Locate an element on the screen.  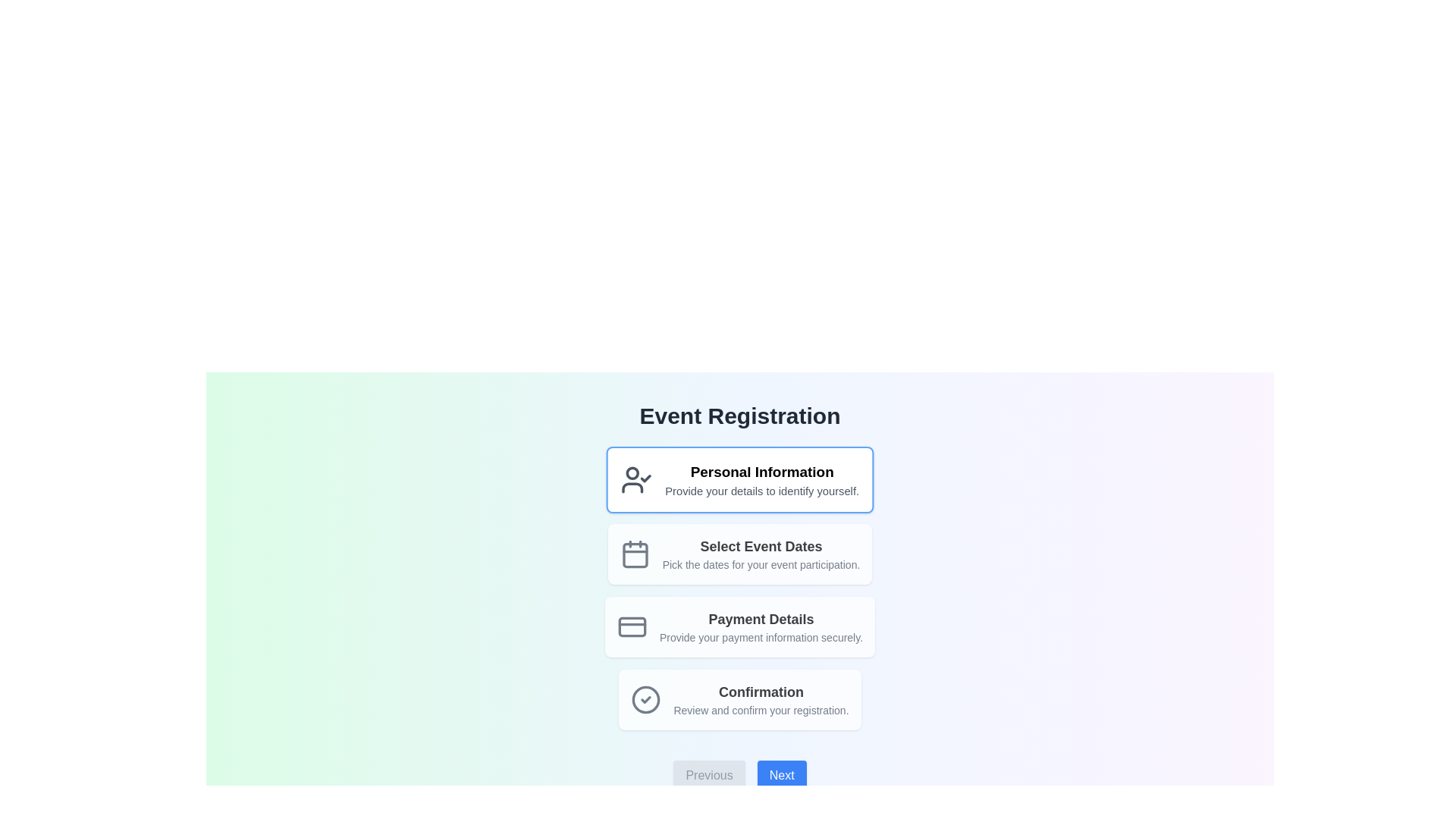
the navigation bar buttons labeled 'Previous' and 'Next' to change their visual states is located at coordinates (739, 775).